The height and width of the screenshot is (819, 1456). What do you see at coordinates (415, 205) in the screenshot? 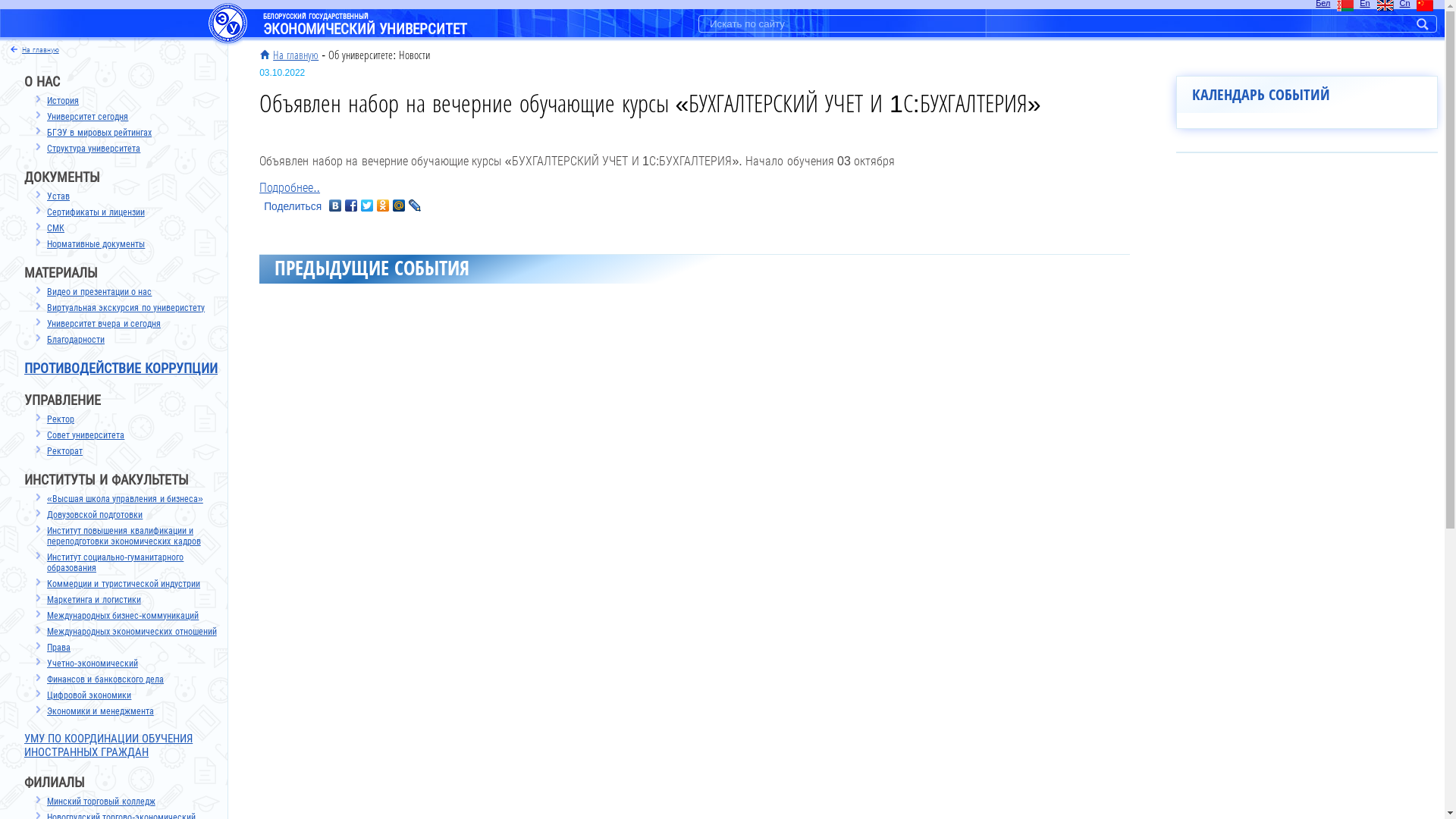
I see `'LiveJournal'` at bounding box center [415, 205].